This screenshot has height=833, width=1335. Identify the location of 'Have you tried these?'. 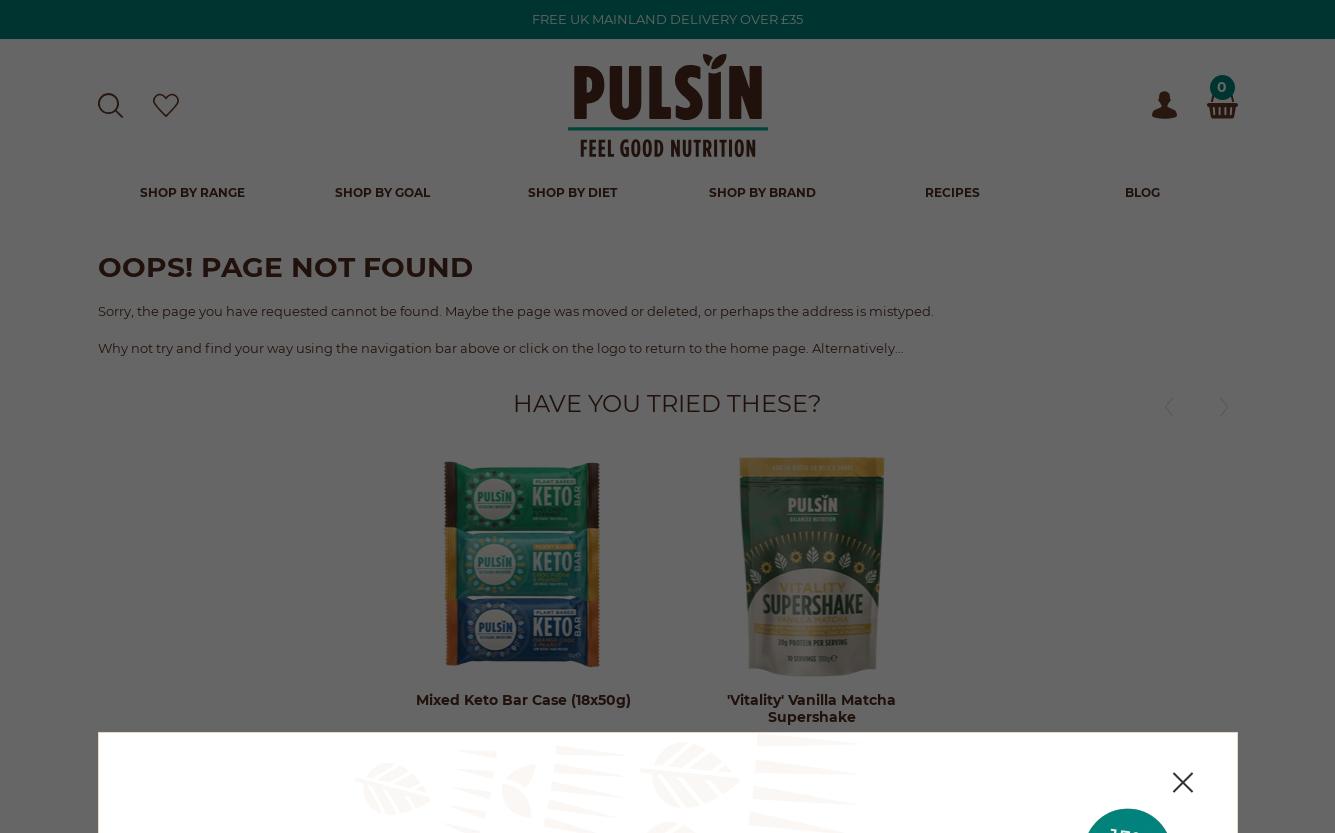
(667, 403).